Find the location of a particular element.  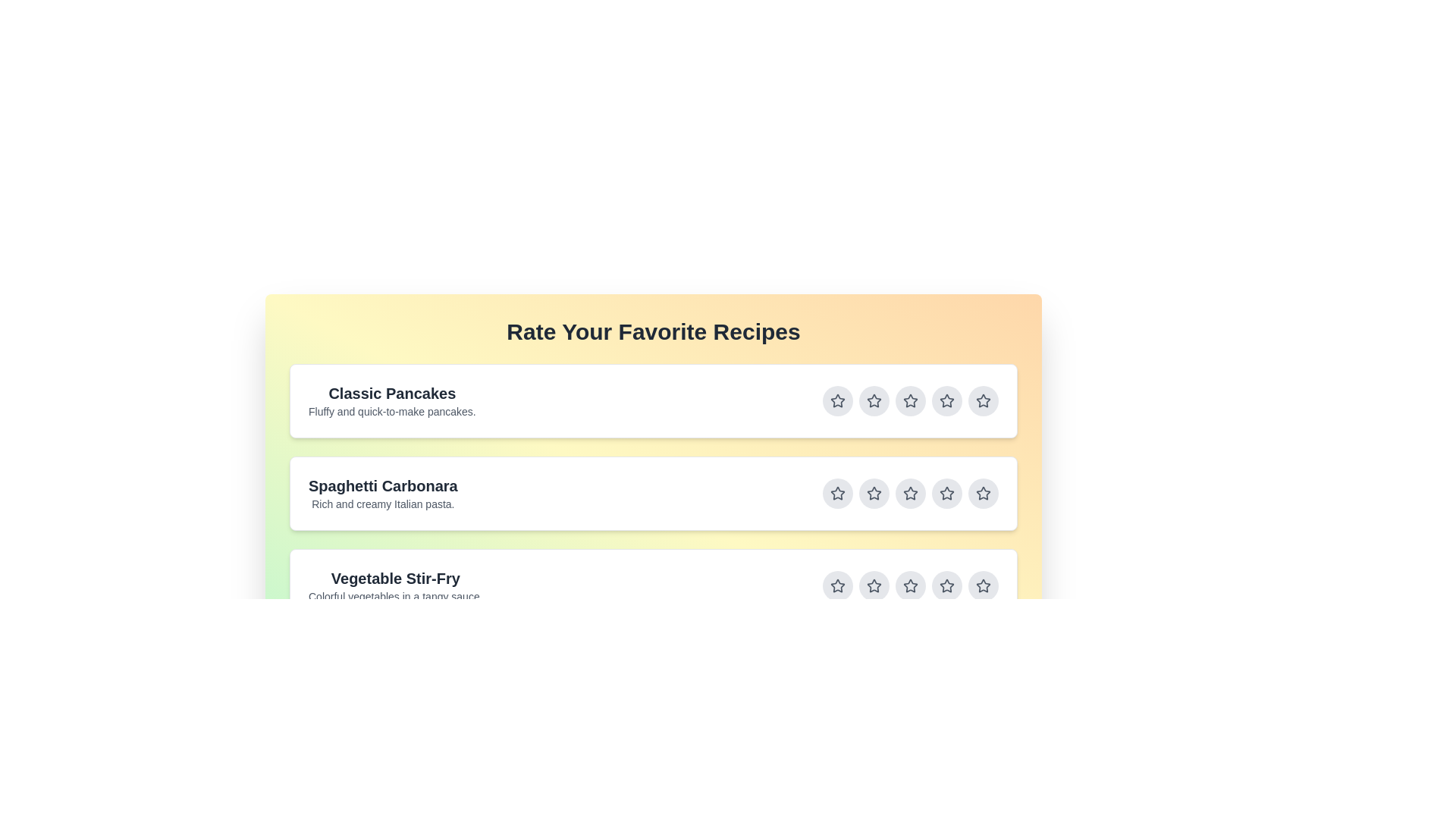

the star button corresponding to 1 stars for the recipe titled Vegetable Stir-Fry is located at coordinates (836, 585).